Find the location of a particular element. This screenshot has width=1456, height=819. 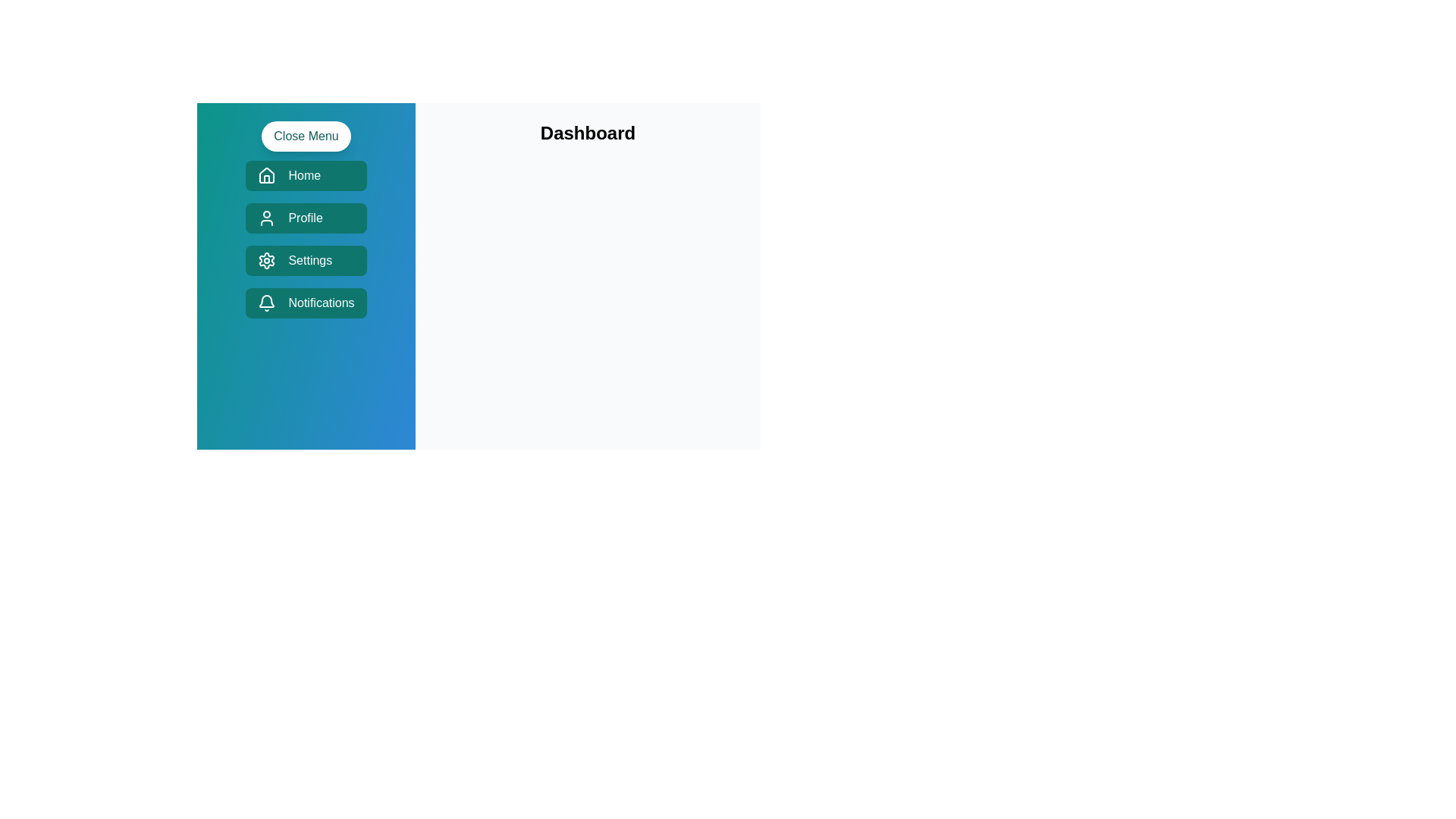

the 'Home' navigation icon located in the leftmost vertical navigation menu of the application, which is visually represented by a rounded rectangular teal button containing the text 'Home' is located at coordinates (267, 174).